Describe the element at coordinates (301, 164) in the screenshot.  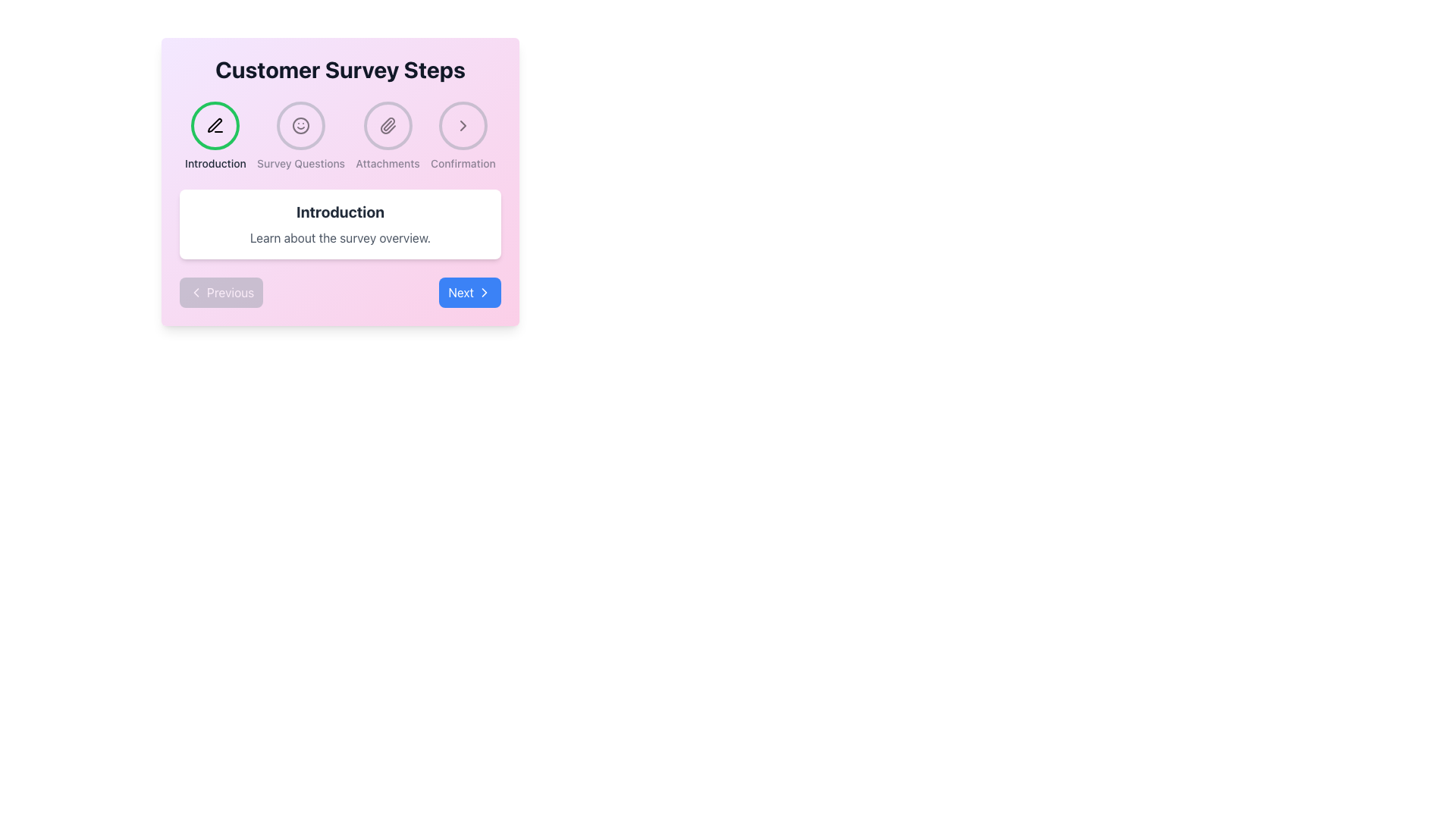
I see `the 'Survey Questions' text label in the multi-step process UI to highlight it` at that location.